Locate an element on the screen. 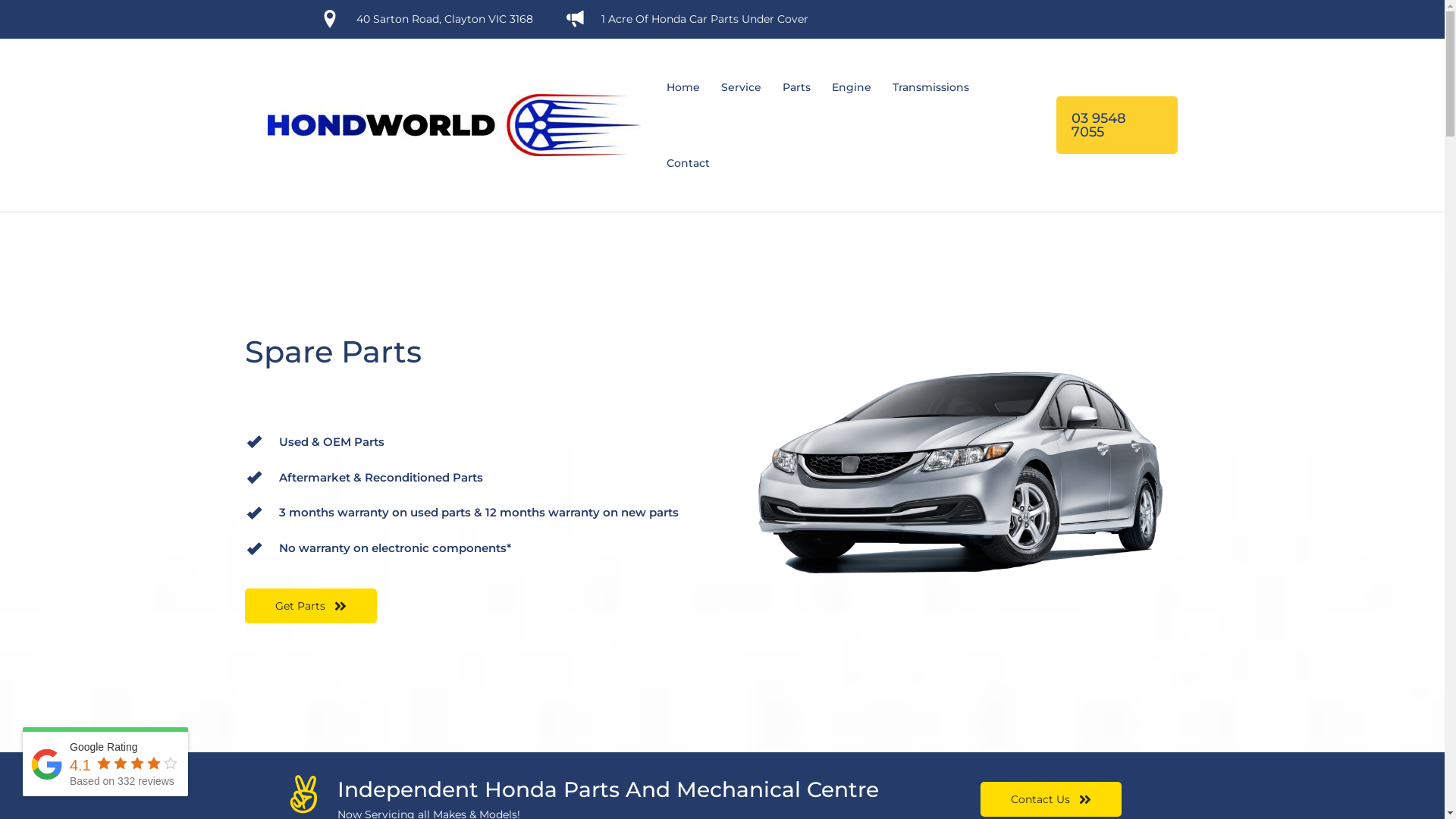 The image size is (1456, 819). 'Home' is located at coordinates (655, 87).